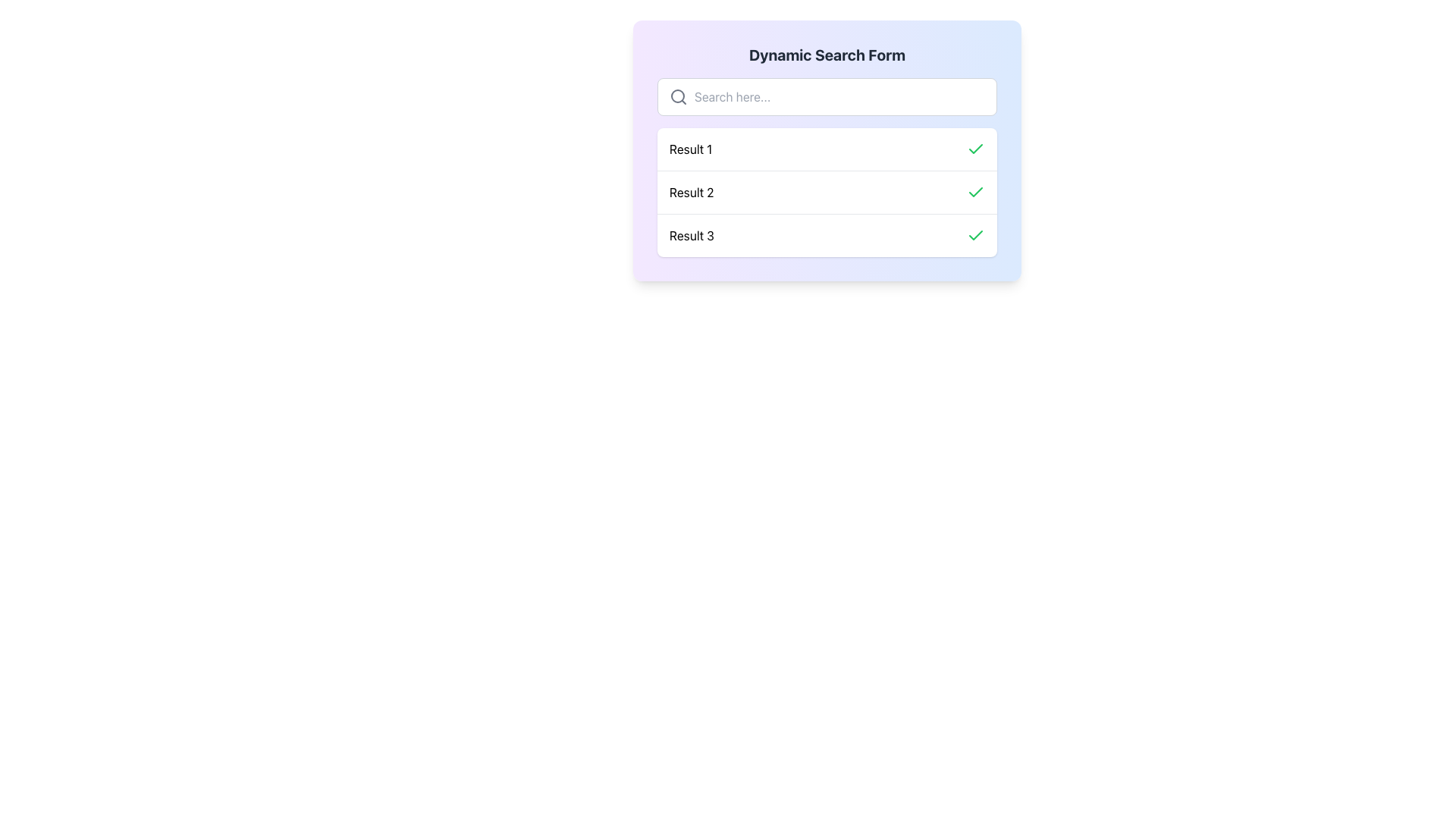 This screenshot has height=819, width=1456. What do you see at coordinates (975, 149) in the screenshot?
I see `the positive status icon located in the second row of the search results, positioned to the far right` at bounding box center [975, 149].